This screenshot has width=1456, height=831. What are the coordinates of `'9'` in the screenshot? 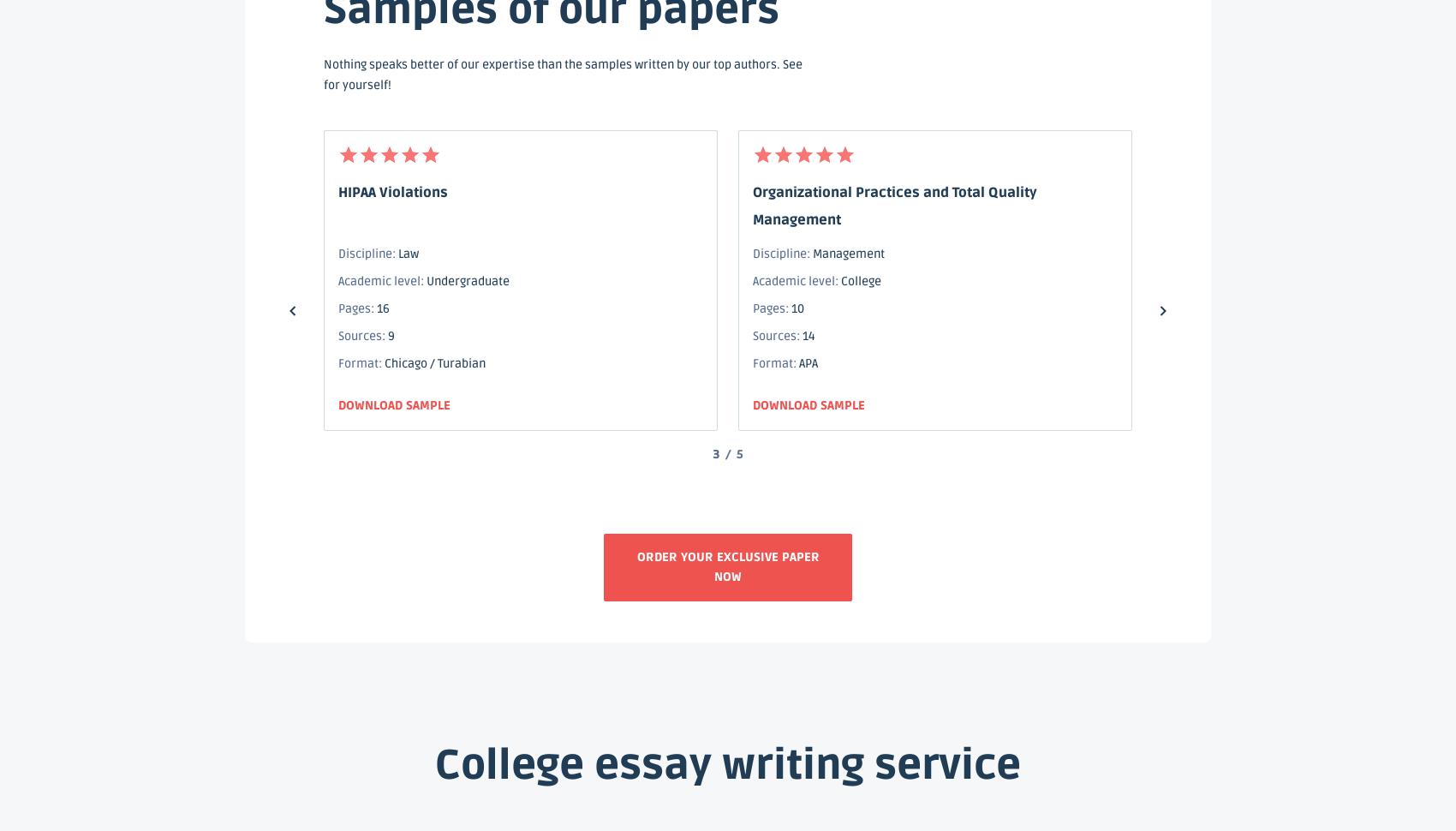 It's located at (391, 335).